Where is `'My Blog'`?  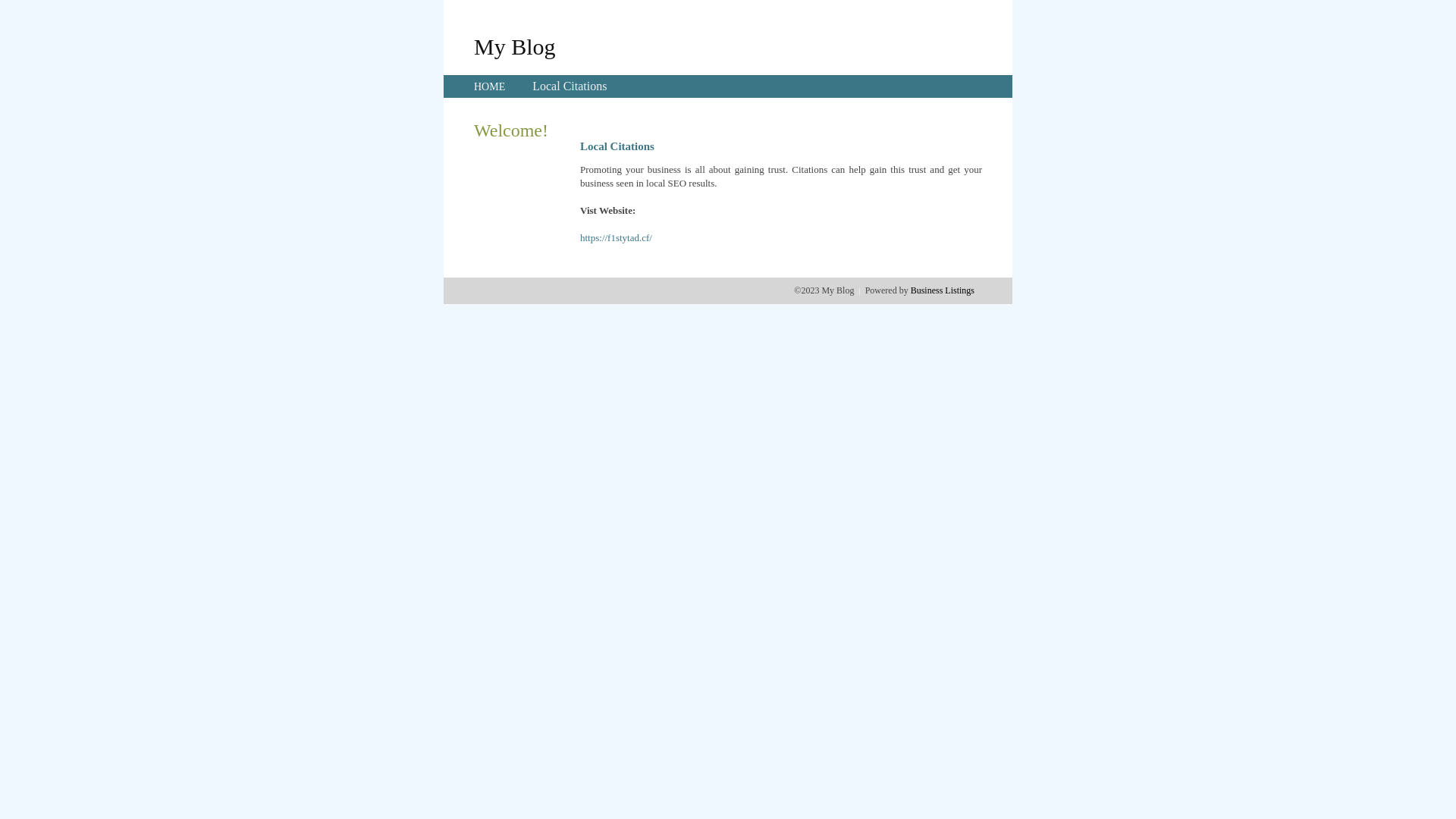 'My Blog' is located at coordinates (472, 45).